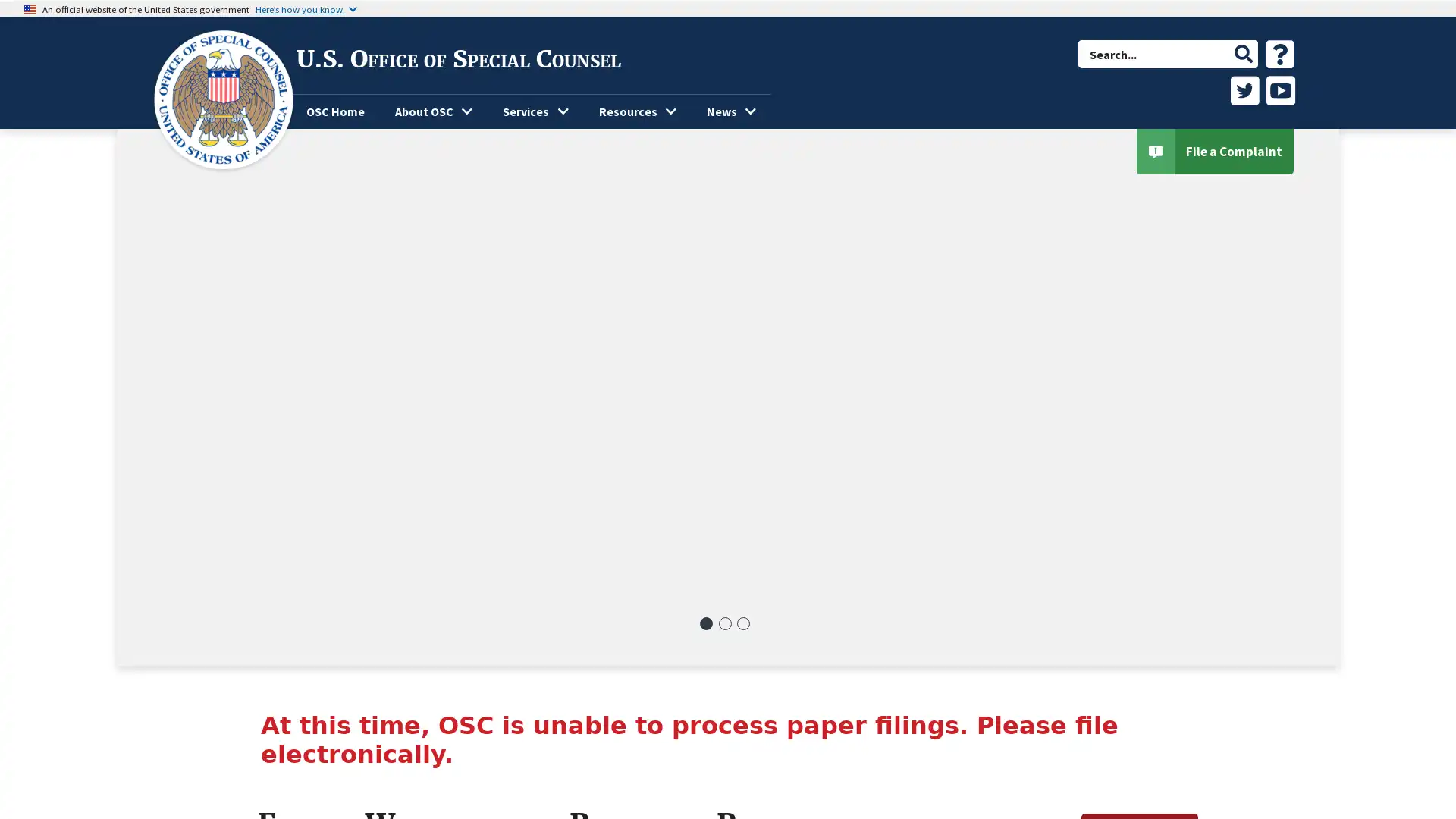  Describe the element at coordinates (637, 111) in the screenshot. I see `Resources` at that location.